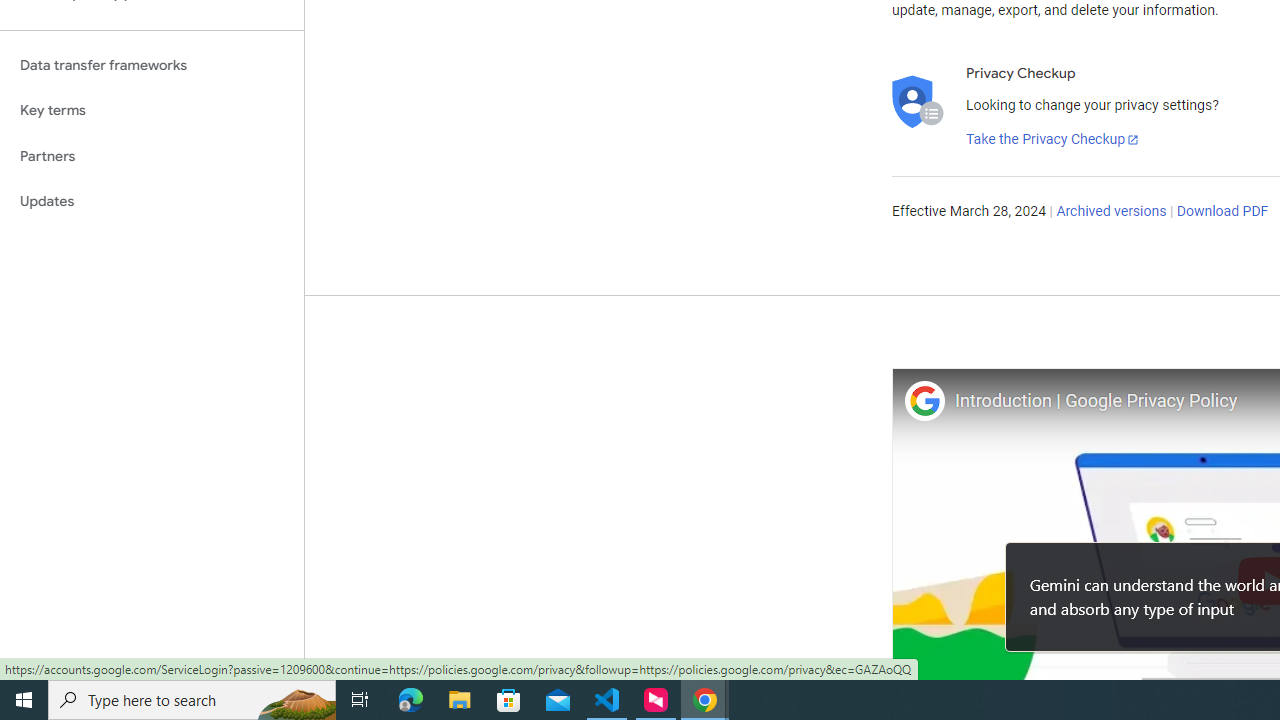 Image resolution: width=1280 pixels, height=720 pixels. I want to click on 'Archived versions', so click(1110, 212).